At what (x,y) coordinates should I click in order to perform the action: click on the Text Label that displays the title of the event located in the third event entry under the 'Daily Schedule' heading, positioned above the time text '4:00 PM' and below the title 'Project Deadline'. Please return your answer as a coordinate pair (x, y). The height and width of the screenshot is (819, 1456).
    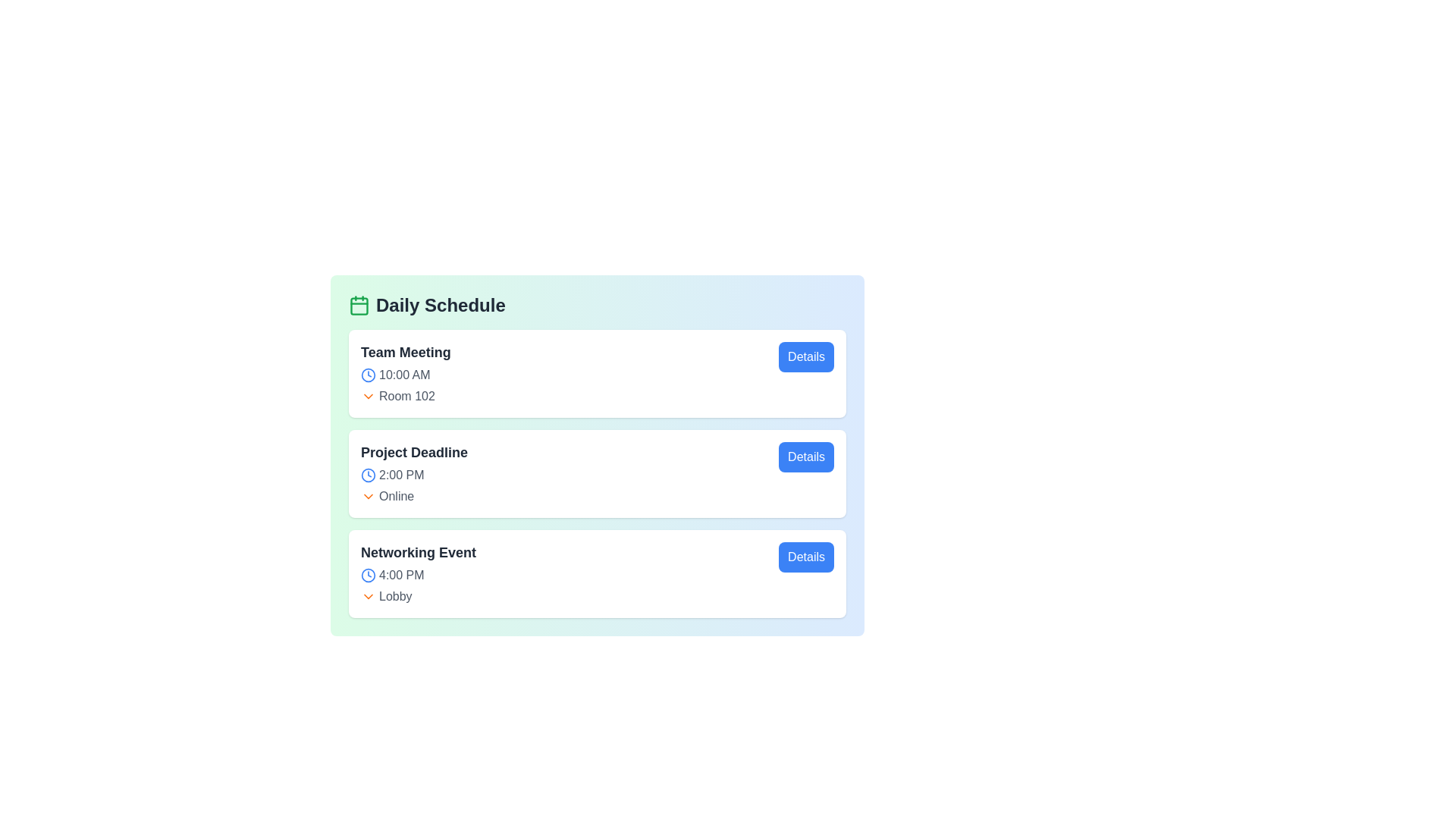
    Looking at the image, I should click on (419, 553).